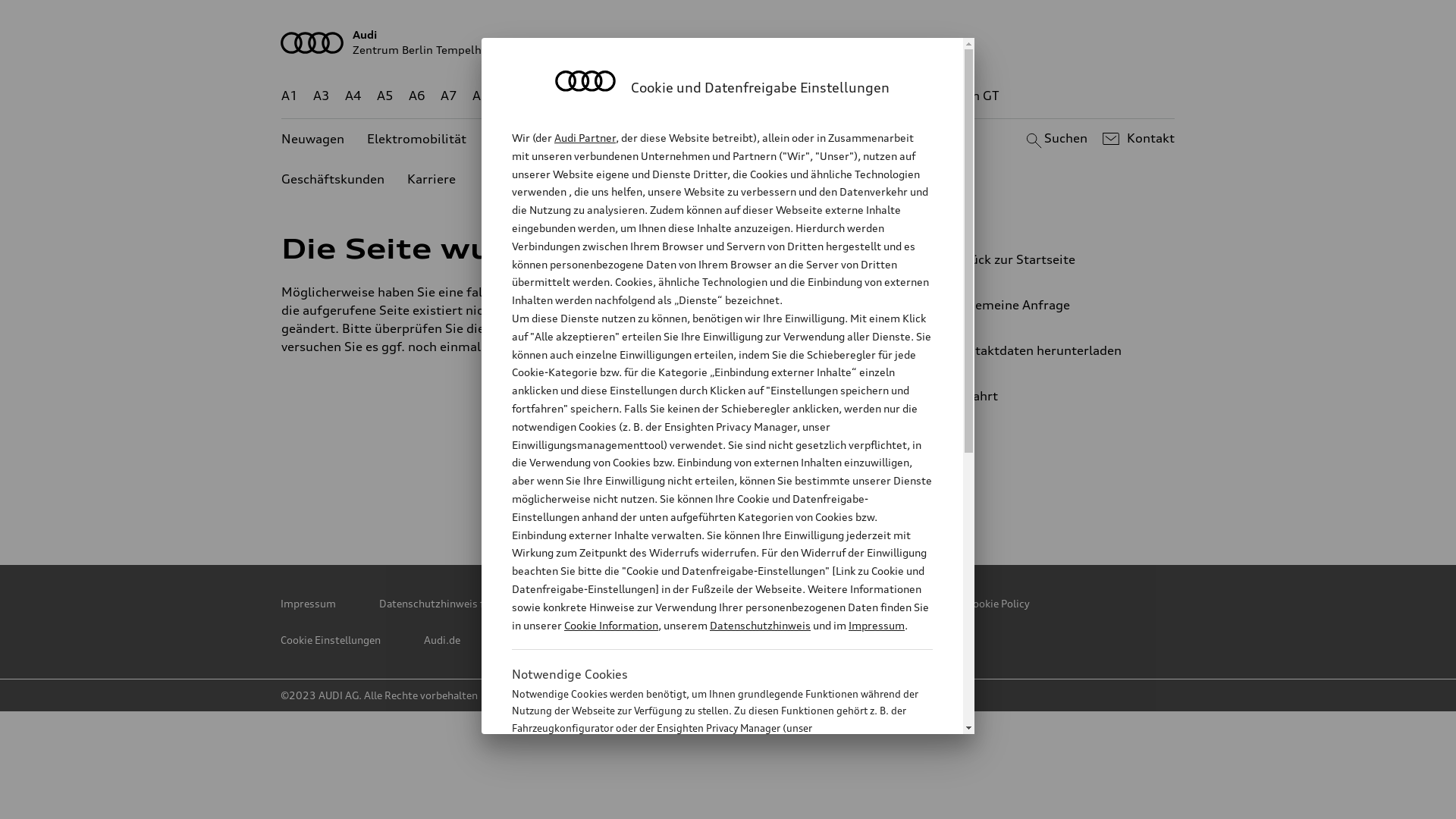 Image resolution: width=1456 pixels, height=819 pixels. What do you see at coordinates (504, 96) in the screenshot?
I see `'Q2'` at bounding box center [504, 96].